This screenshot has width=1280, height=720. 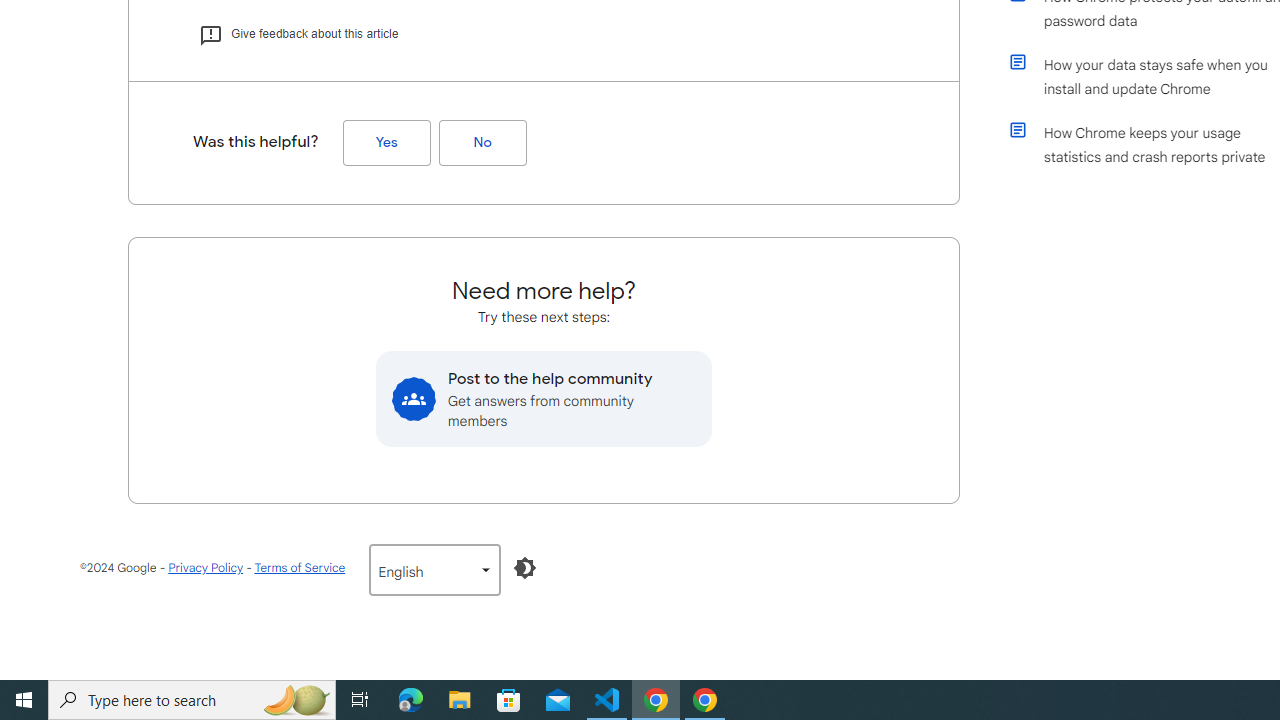 I want to click on 'Enable Dark Mode', so click(x=525, y=568).